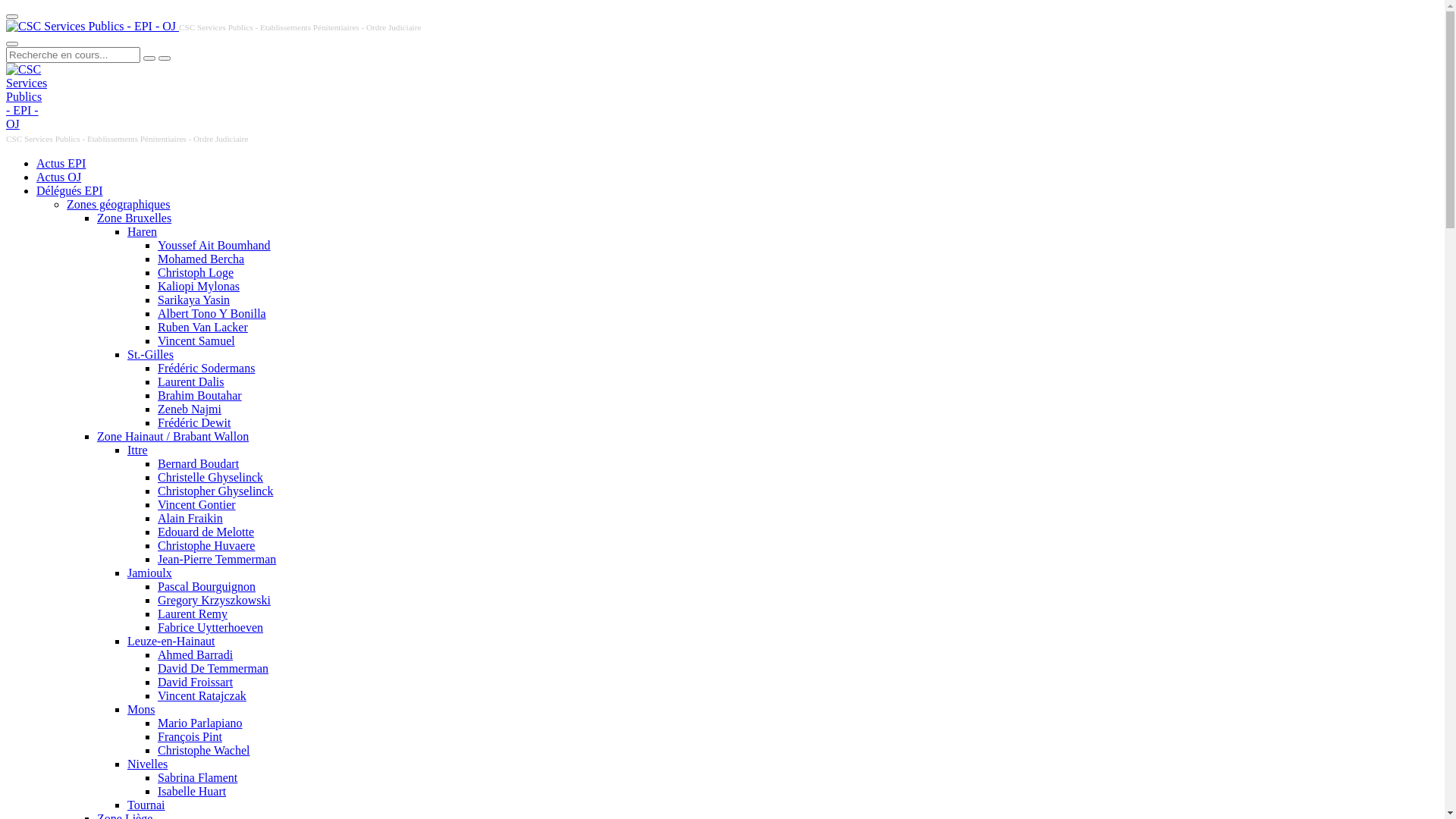  What do you see at coordinates (90, 26) in the screenshot?
I see `'CSC Services Publics - EPI - OJ'` at bounding box center [90, 26].